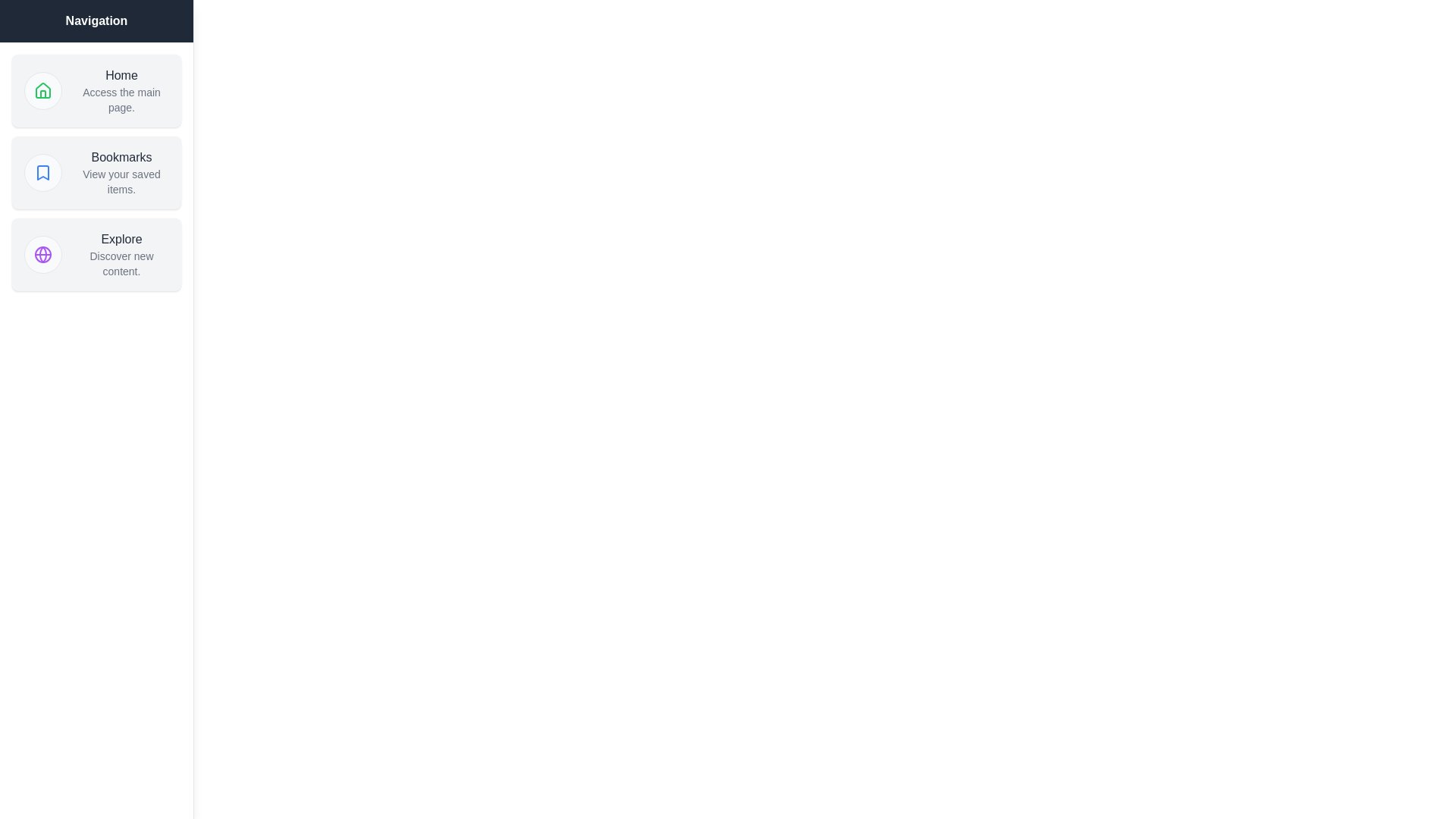  What do you see at coordinates (96, 90) in the screenshot?
I see `the 'Home' menu item in the navigation drawer` at bounding box center [96, 90].